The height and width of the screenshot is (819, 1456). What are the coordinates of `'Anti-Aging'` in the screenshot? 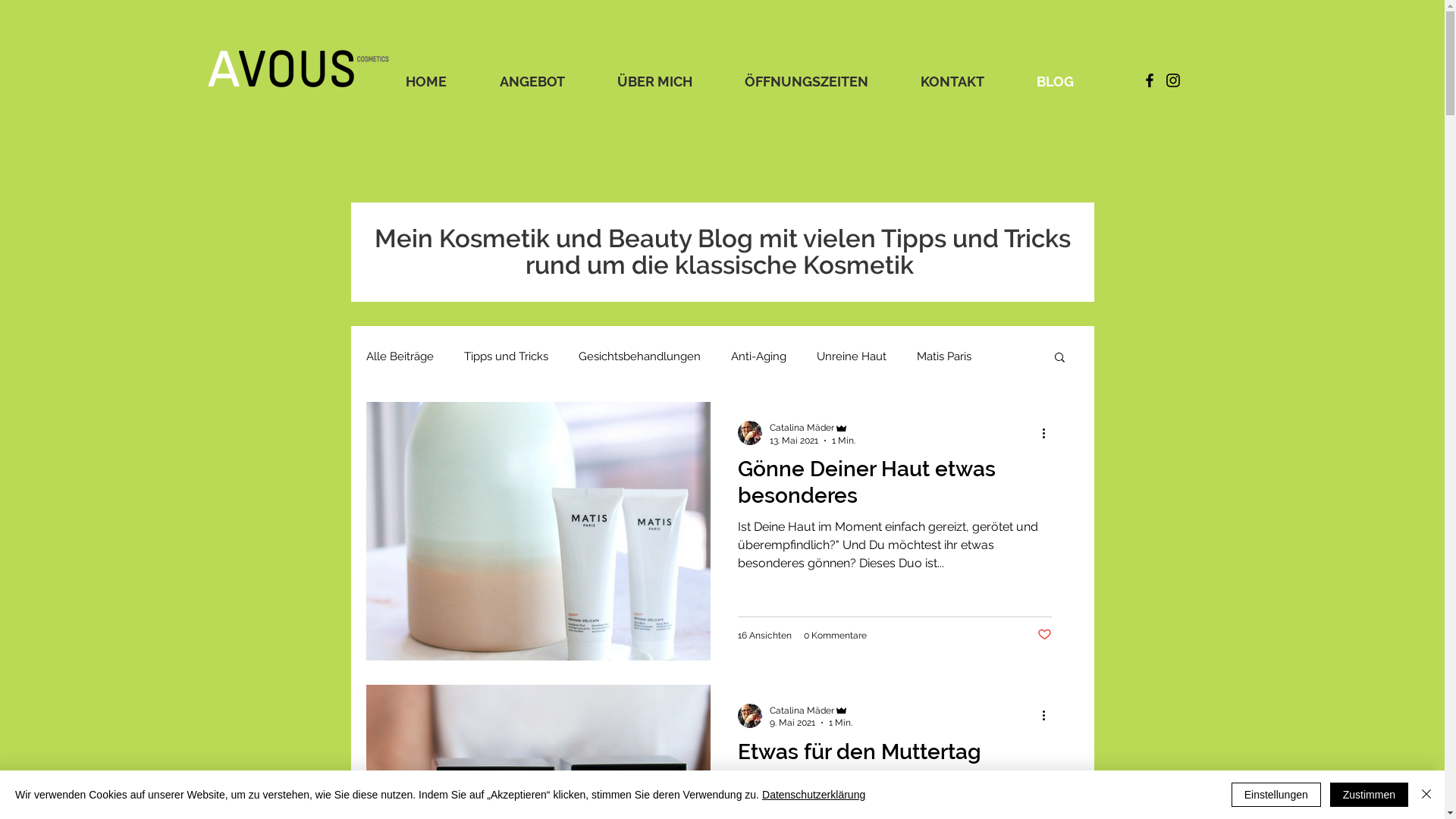 It's located at (731, 356).